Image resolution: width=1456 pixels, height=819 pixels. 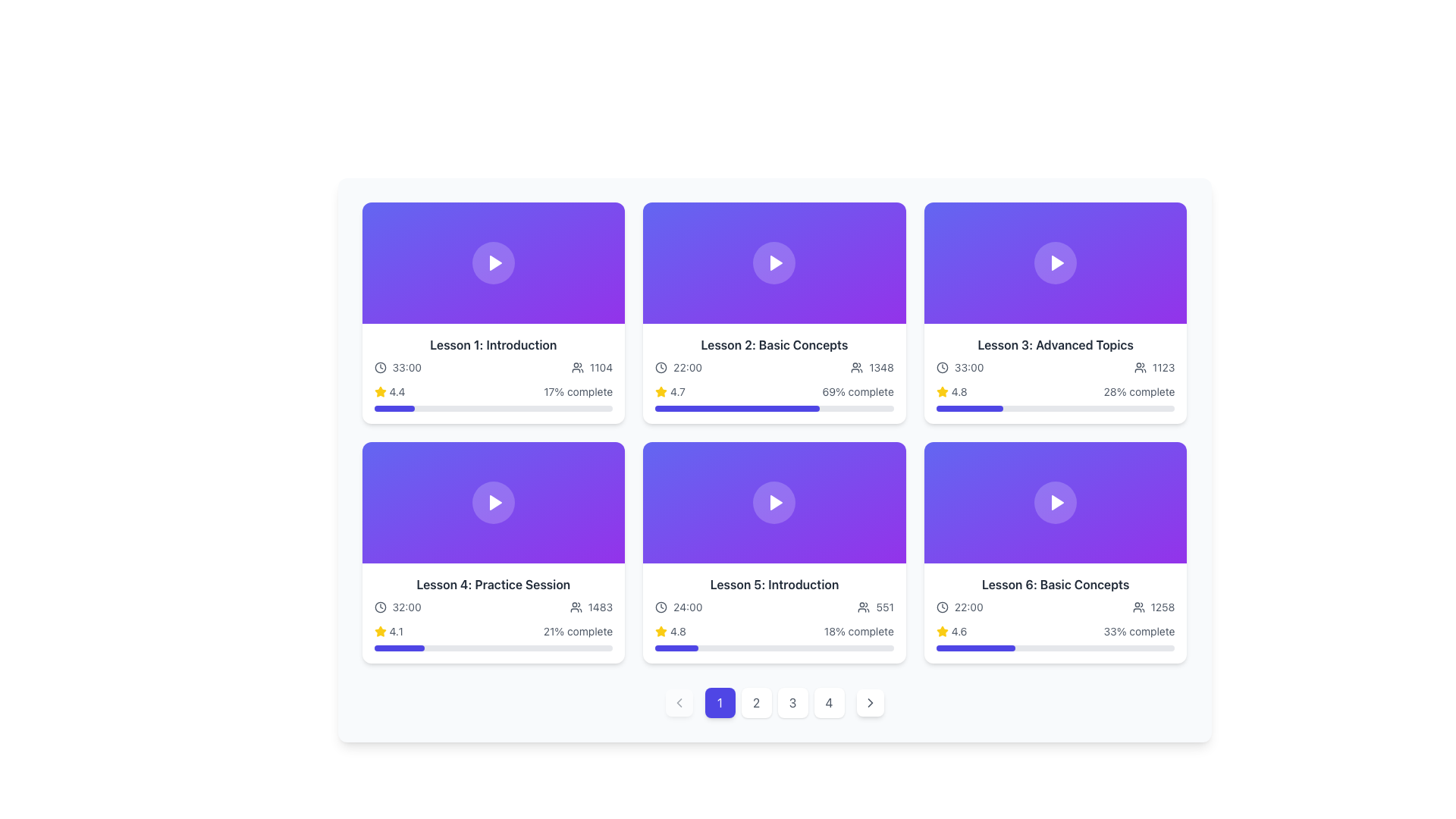 What do you see at coordinates (678, 368) in the screenshot?
I see `the time indicator text element located in the left section of the second row of the grid layout, which is part of the 'Lesson 2: Basic Concepts' card` at bounding box center [678, 368].